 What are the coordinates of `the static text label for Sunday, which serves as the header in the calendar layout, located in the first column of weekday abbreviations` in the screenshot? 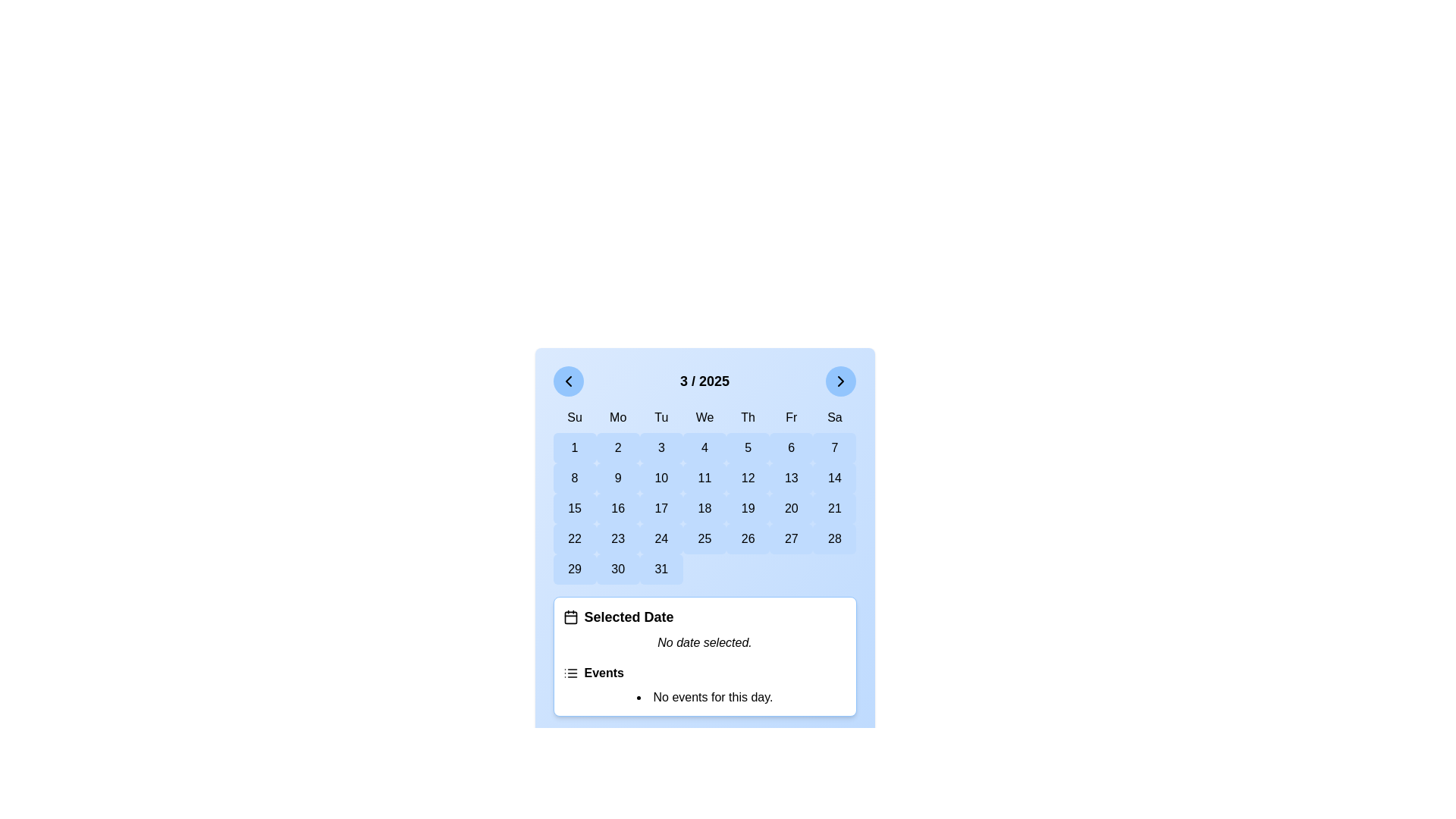 It's located at (574, 418).